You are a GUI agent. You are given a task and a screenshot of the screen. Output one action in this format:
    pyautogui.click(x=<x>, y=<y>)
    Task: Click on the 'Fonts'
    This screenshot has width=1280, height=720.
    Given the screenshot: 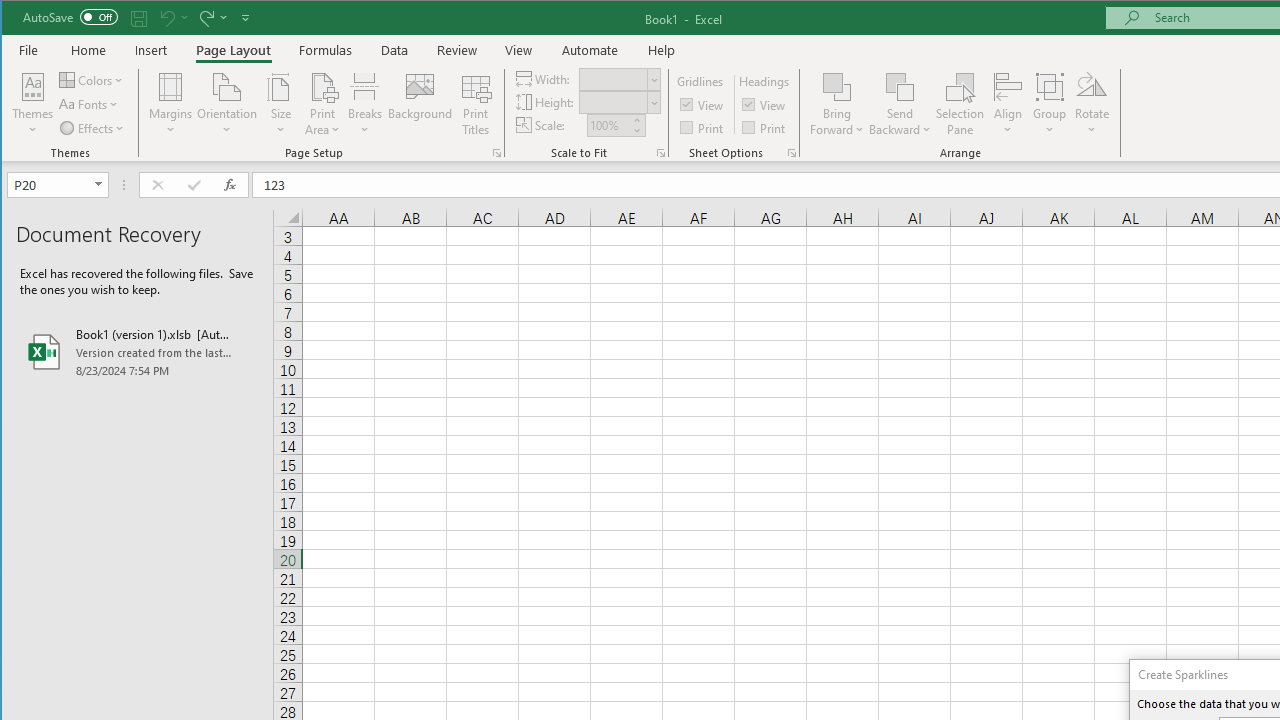 What is the action you would take?
    pyautogui.click(x=89, y=104)
    